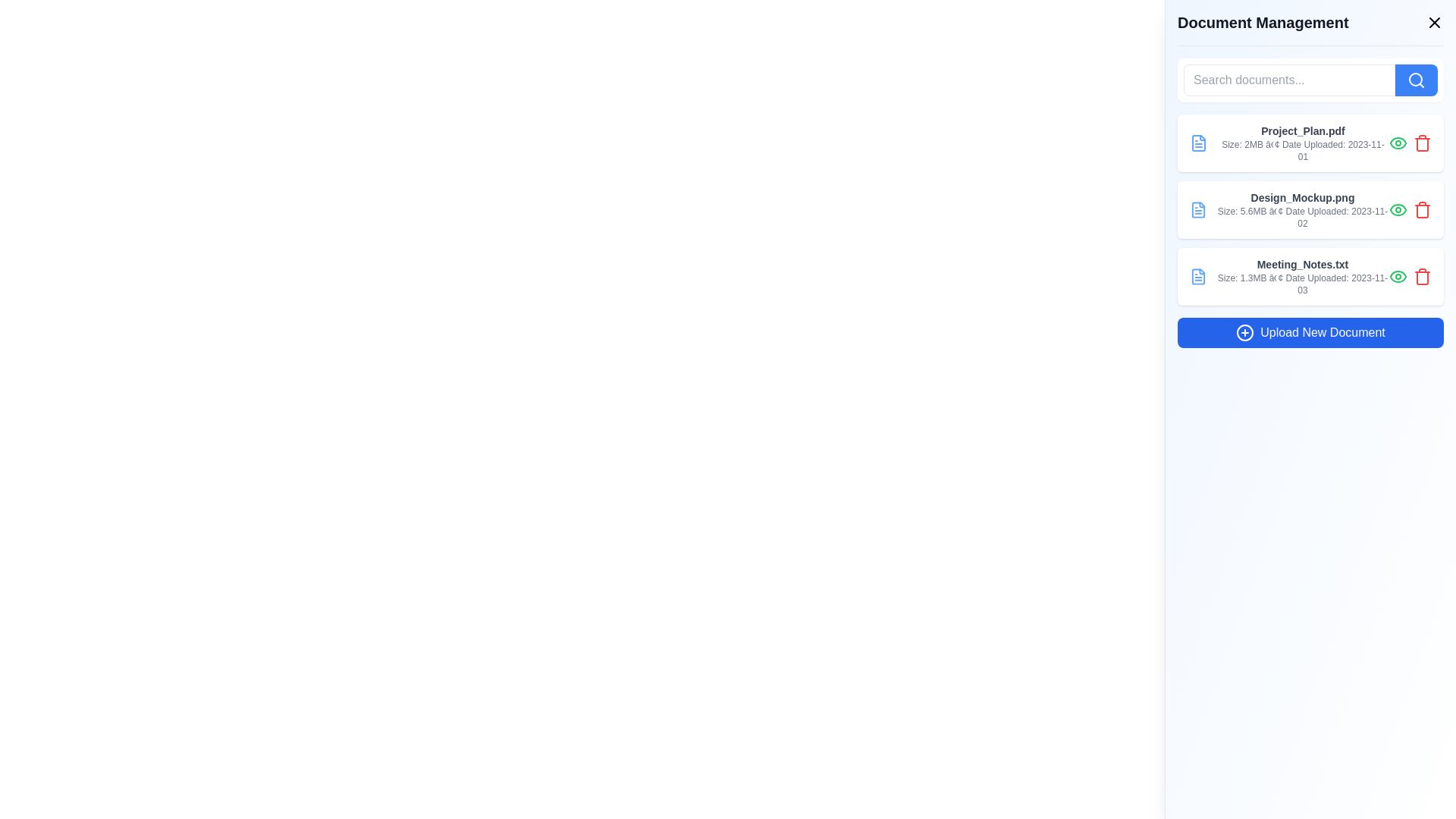 The height and width of the screenshot is (819, 1456). Describe the element at coordinates (1410, 210) in the screenshot. I see `the interactive control group containing the green eye and red trash can icons located at the far-right end of the row labeled 'Design_Mockup.png Size: 5.6MB • Date Uploaded: 2023-11-02'` at that location.